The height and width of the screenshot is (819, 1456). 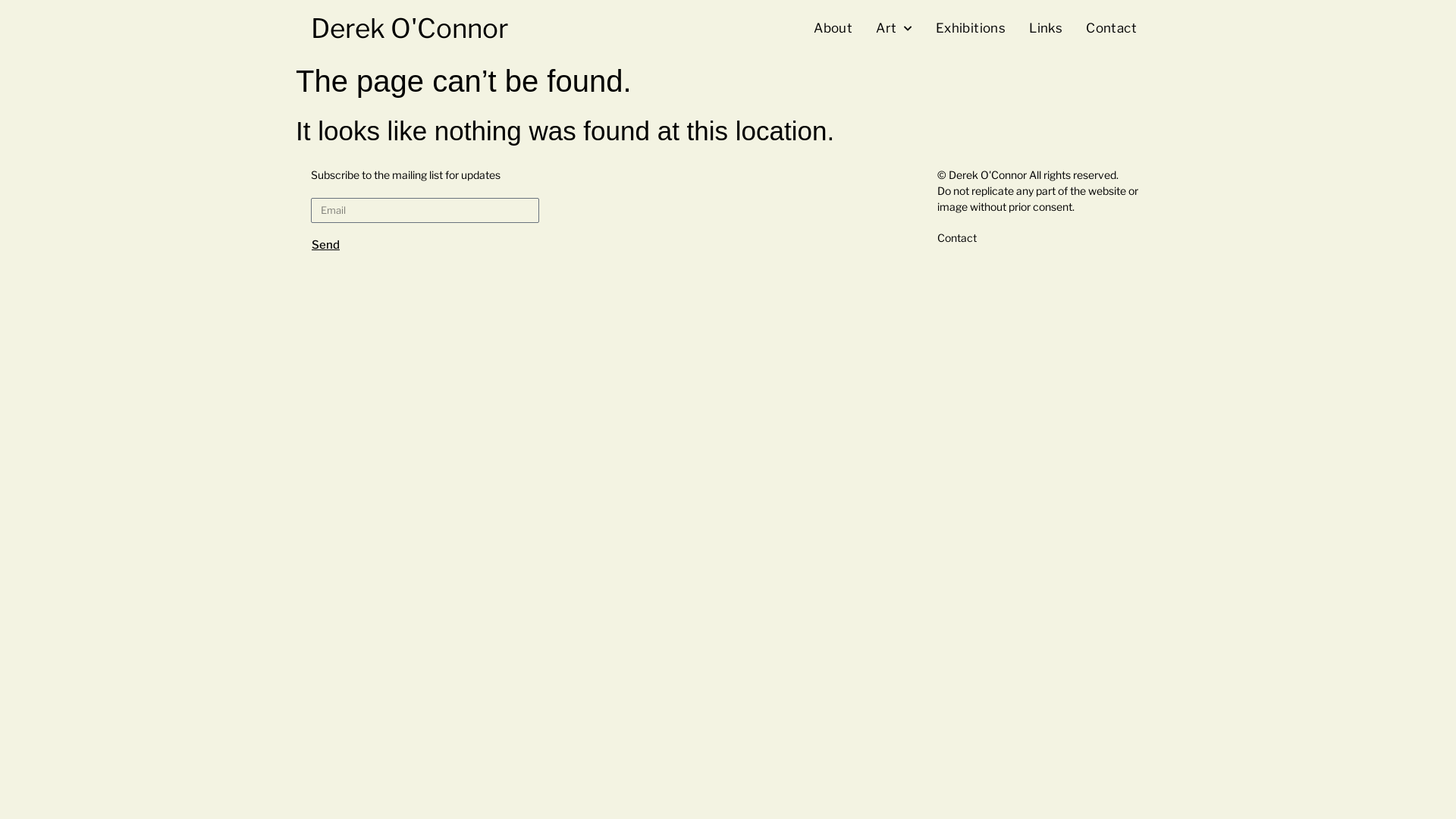 I want to click on 'Derek O'Connor', so click(x=409, y=28).